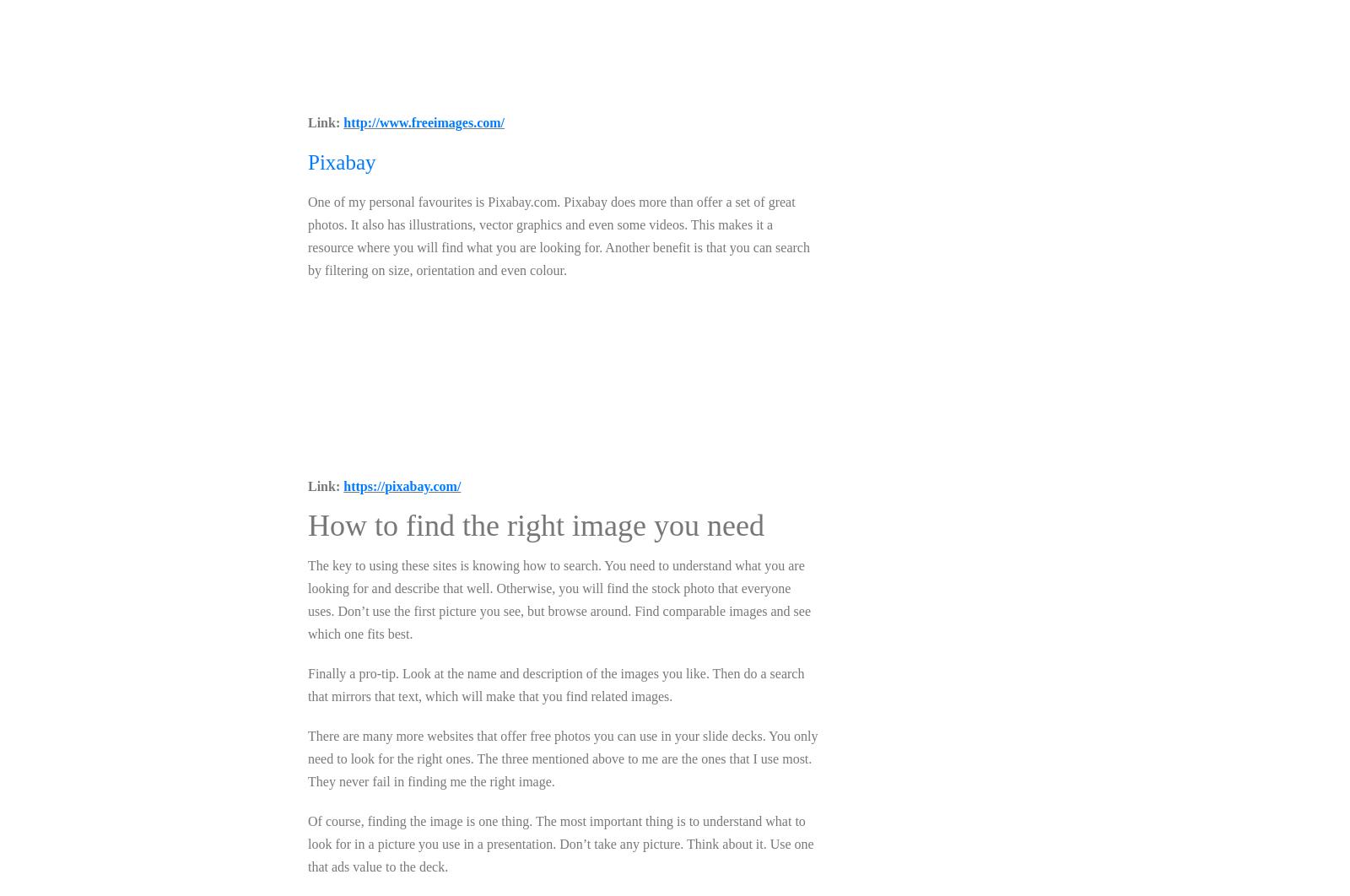 This screenshot has width=1350, height=896. What do you see at coordinates (536, 525) in the screenshot?
I see `'How to find the right image you need'` at bounding box center [536, 525].